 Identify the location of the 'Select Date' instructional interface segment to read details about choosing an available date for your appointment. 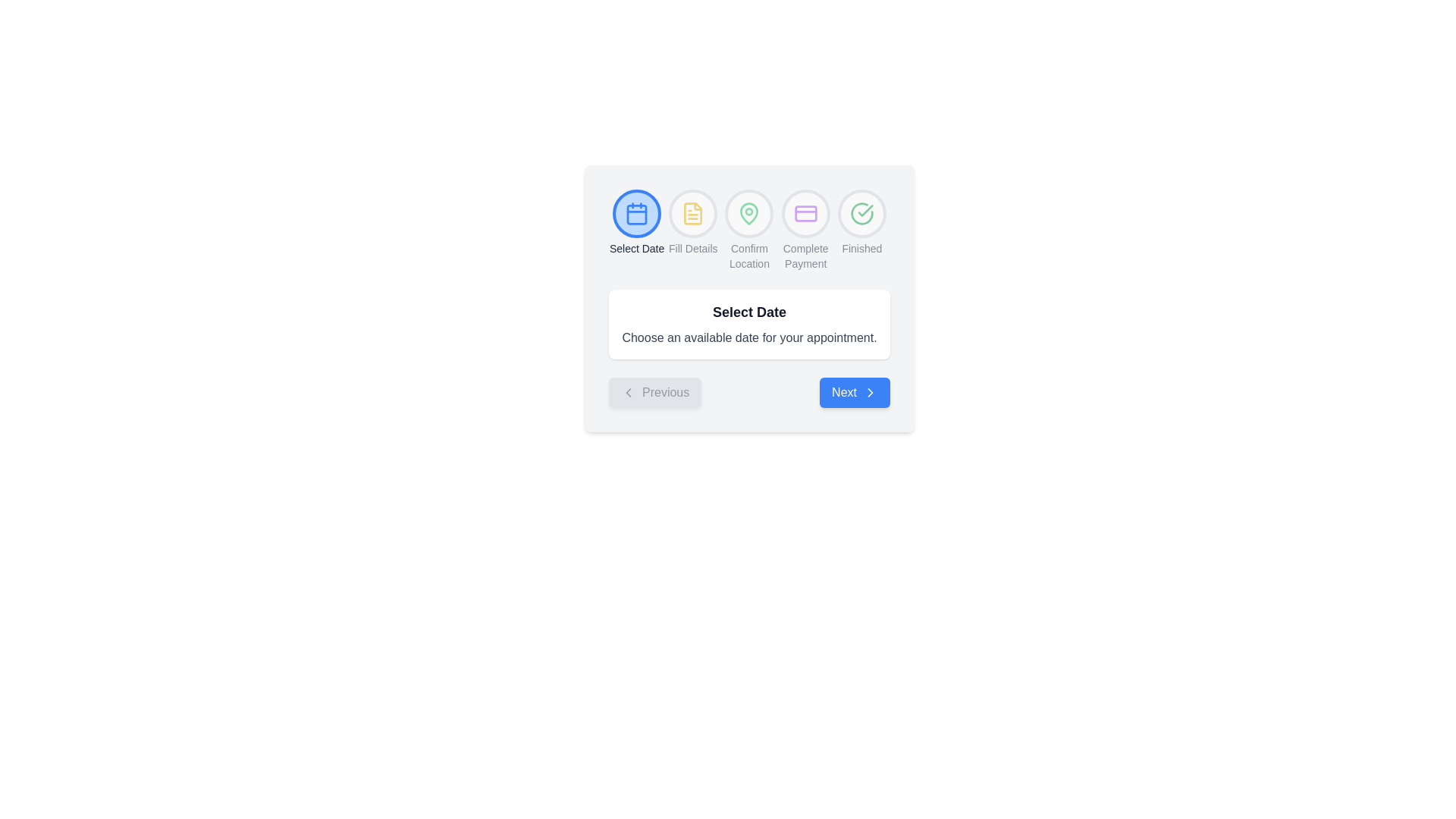
(749, 298).